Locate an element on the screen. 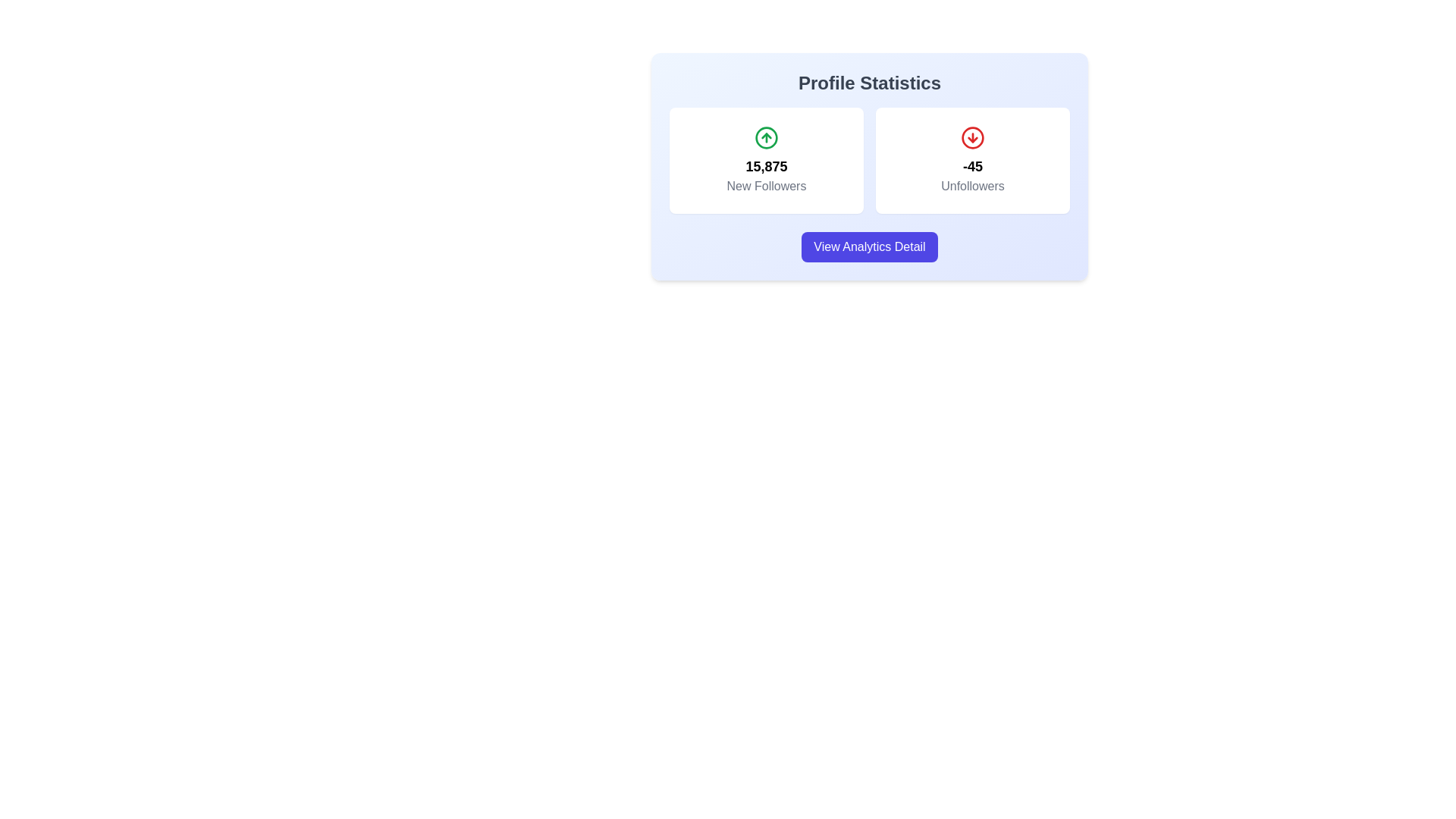 The width and height of the screenshot is (1456, 819). the 'View Analytics Detail' button using keyboard navigation within the 'Profile Statistics' section is located at coordinates (870, 246).